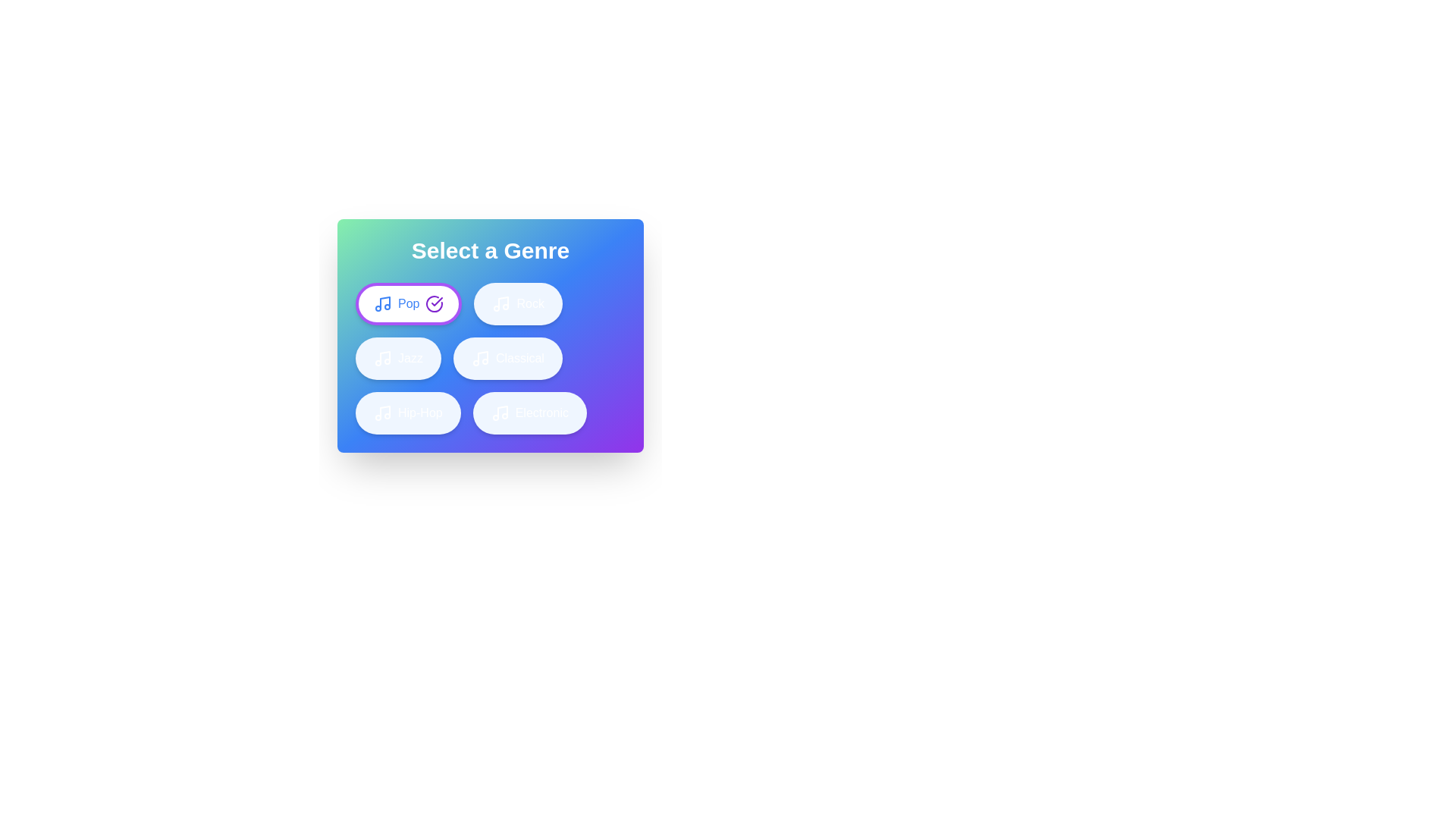 The height and width of the screenshot is (819, 1456). What do you see at coordinates (409, 304) in the screenshot?
I see `the 'Pop' music genre selection button located in the top-left area of the genre selection grid` at bounding box center [409, 304].